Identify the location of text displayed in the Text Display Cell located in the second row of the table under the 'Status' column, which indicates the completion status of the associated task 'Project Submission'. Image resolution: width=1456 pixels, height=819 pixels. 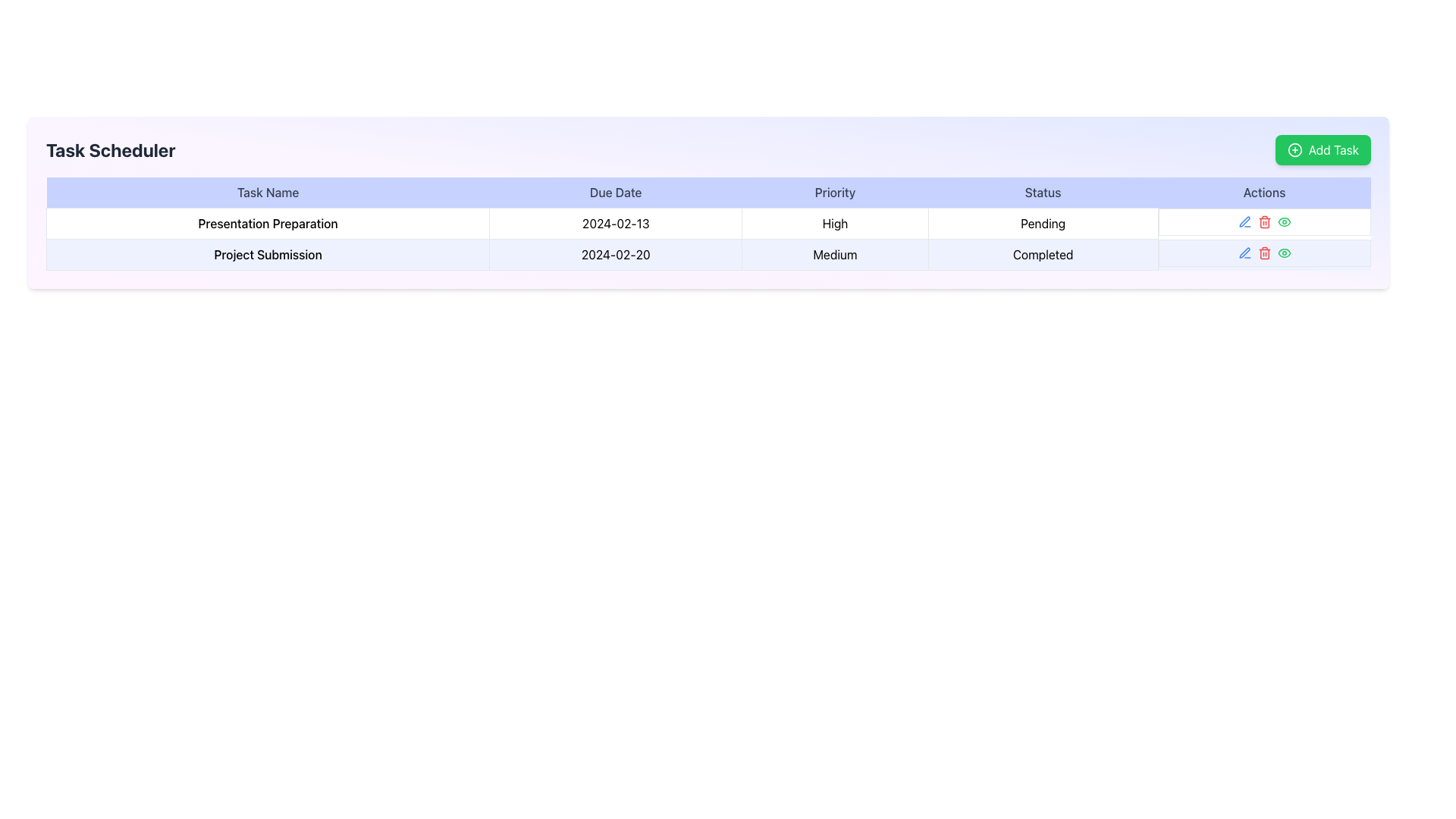
(1042, 253).